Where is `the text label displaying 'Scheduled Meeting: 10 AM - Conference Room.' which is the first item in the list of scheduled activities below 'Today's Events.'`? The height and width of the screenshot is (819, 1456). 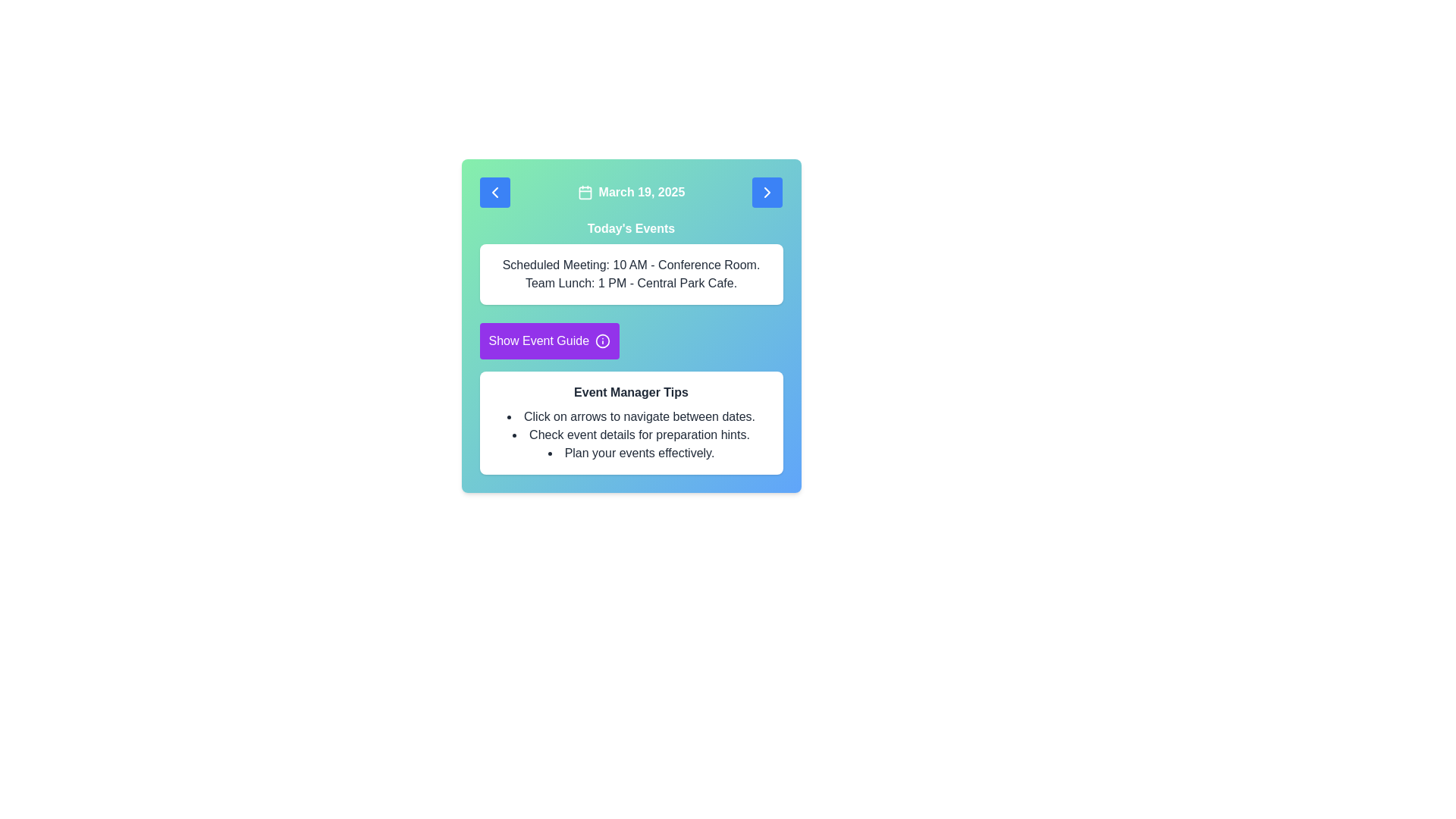 the text label displaying 'Scheduled Meeting: 10 AM - Conference Room.' which is the first item in the list of scheduled activities below 'Today's Events.' is located at coordinates (631, 265).